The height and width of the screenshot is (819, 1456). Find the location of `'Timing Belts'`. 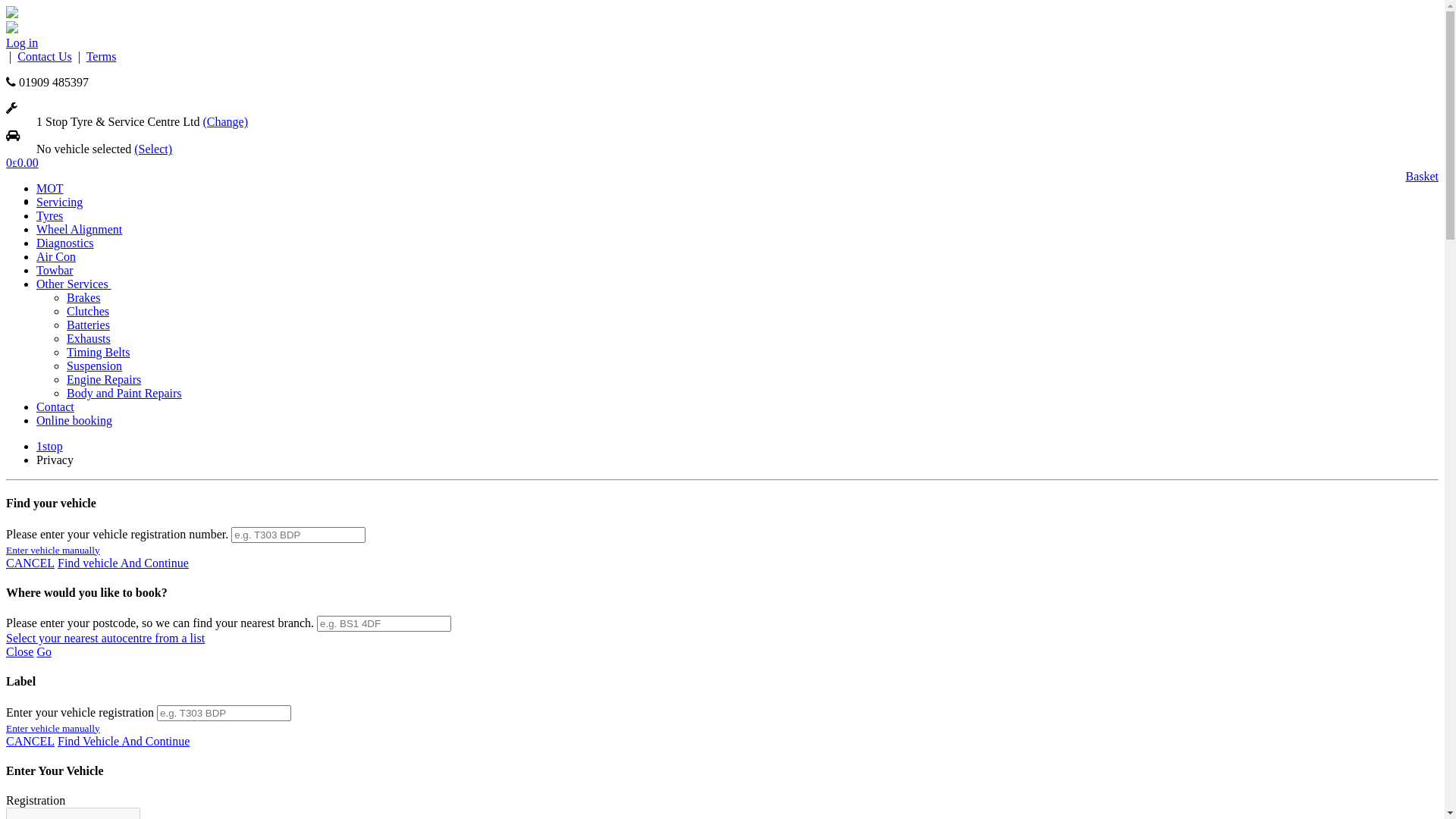

'Timing Belts' is located at coordinates (97, 352).